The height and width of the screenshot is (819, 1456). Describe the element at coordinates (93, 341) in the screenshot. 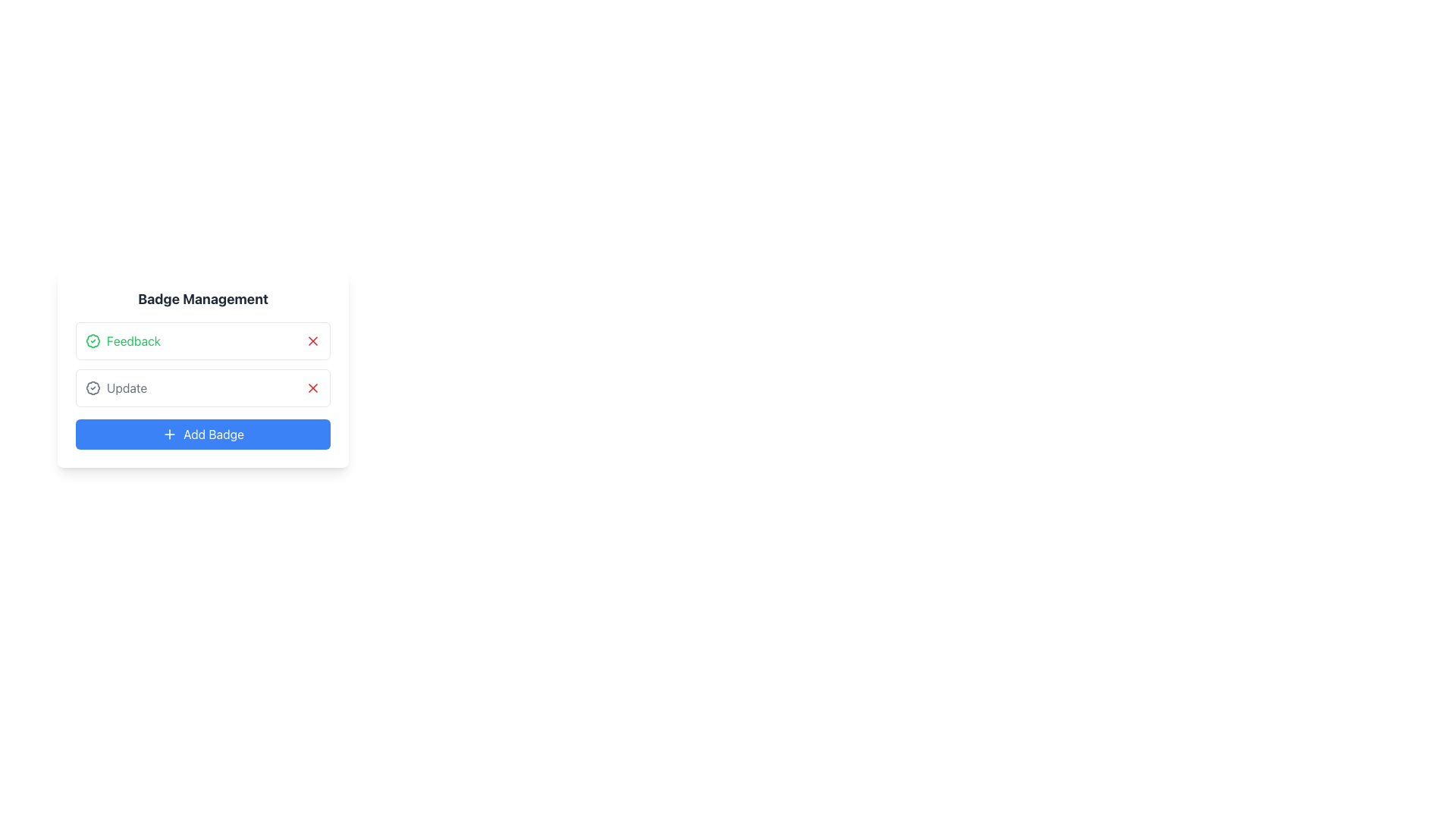

I see `the circular badge-shaped icon with a green outline and a checkmark at its center, located to the left of the 'Feedback' label in the 'Badge Management' interface` at that location.